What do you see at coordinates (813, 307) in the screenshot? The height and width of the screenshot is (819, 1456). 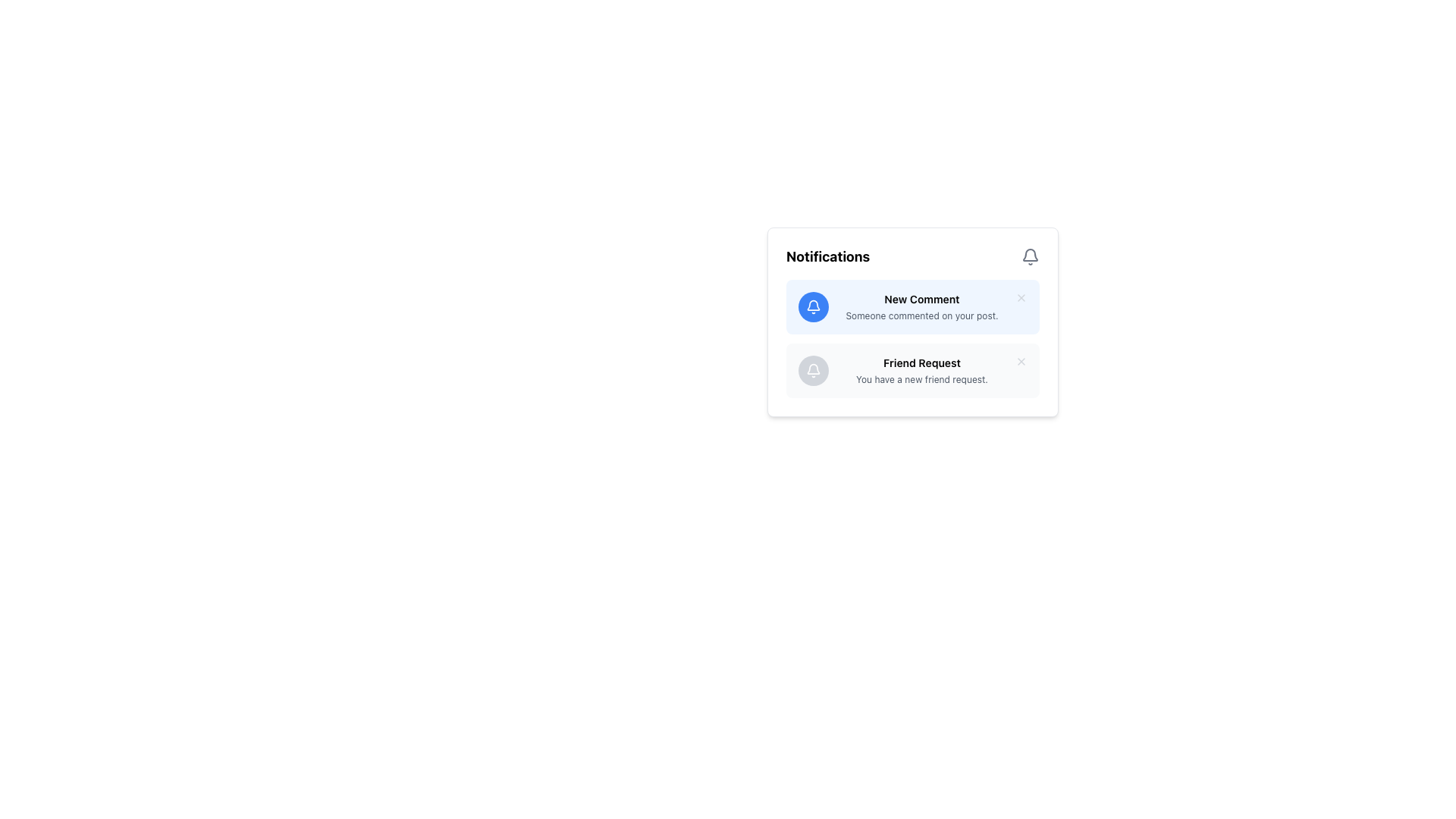 I see `the notification icon located within the top-right corner of the notifications panel, which is represented by a circular blue button` at bounding box center [813, 307].